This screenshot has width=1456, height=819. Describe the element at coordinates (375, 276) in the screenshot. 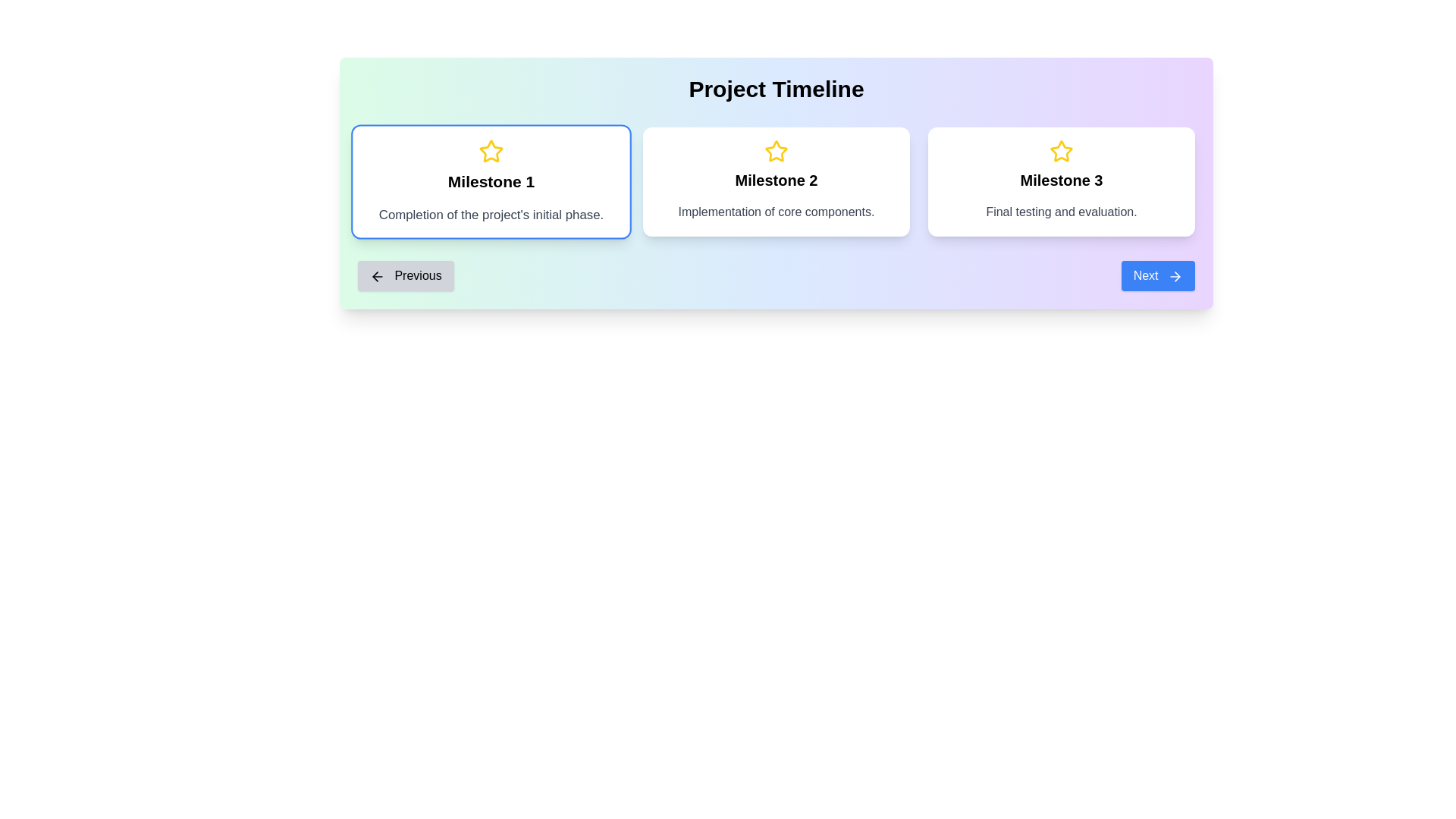

I see `the 'Previous' button by clicking on its associated icon located in the lower-left portion of the interface` at that location.